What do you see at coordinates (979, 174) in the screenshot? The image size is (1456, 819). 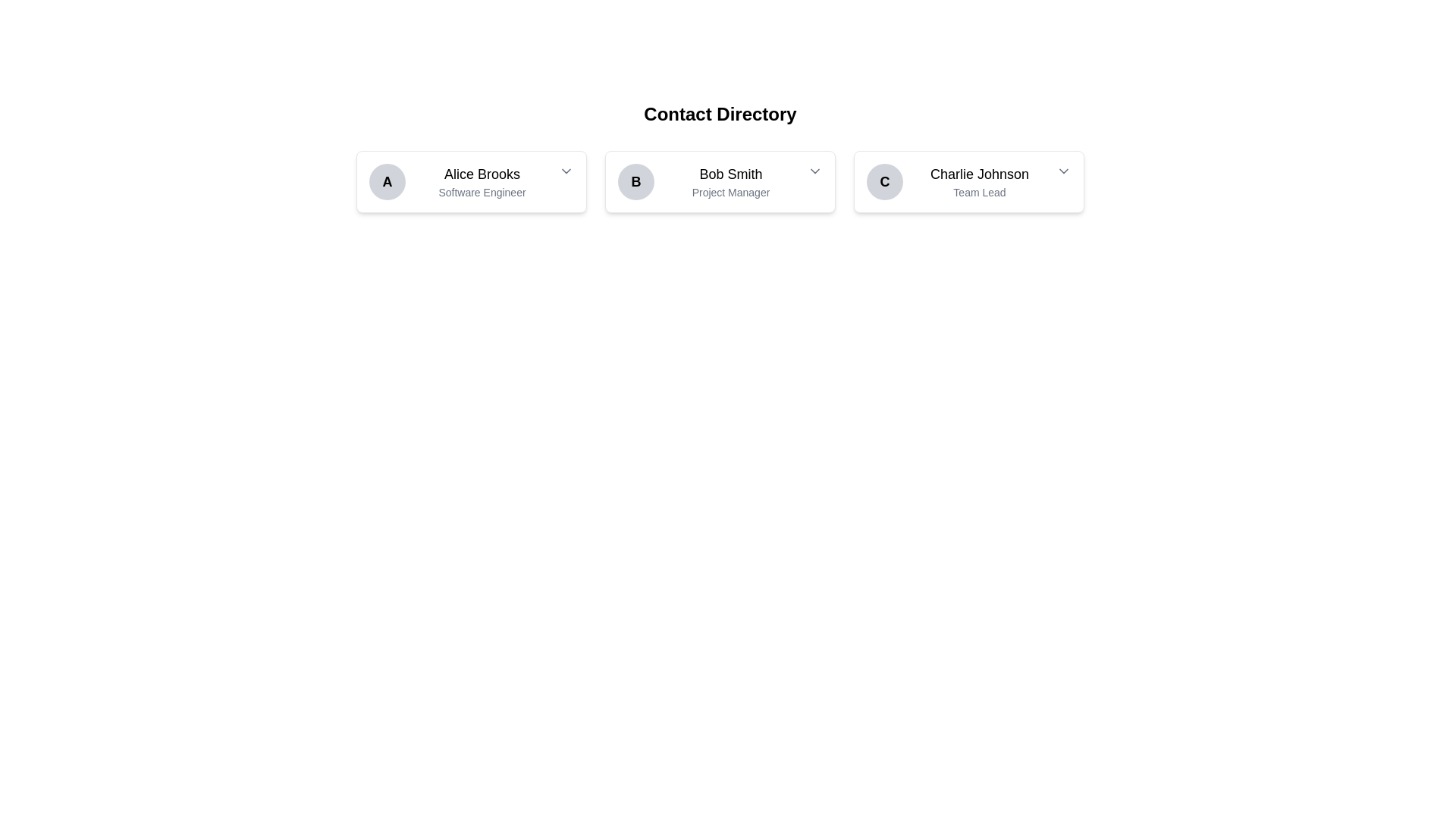 I see `the Text label displaying the name 'C Charlie Johnson' in the third interactive card from the left, which provides identification information` at bounding box center [979, 174].